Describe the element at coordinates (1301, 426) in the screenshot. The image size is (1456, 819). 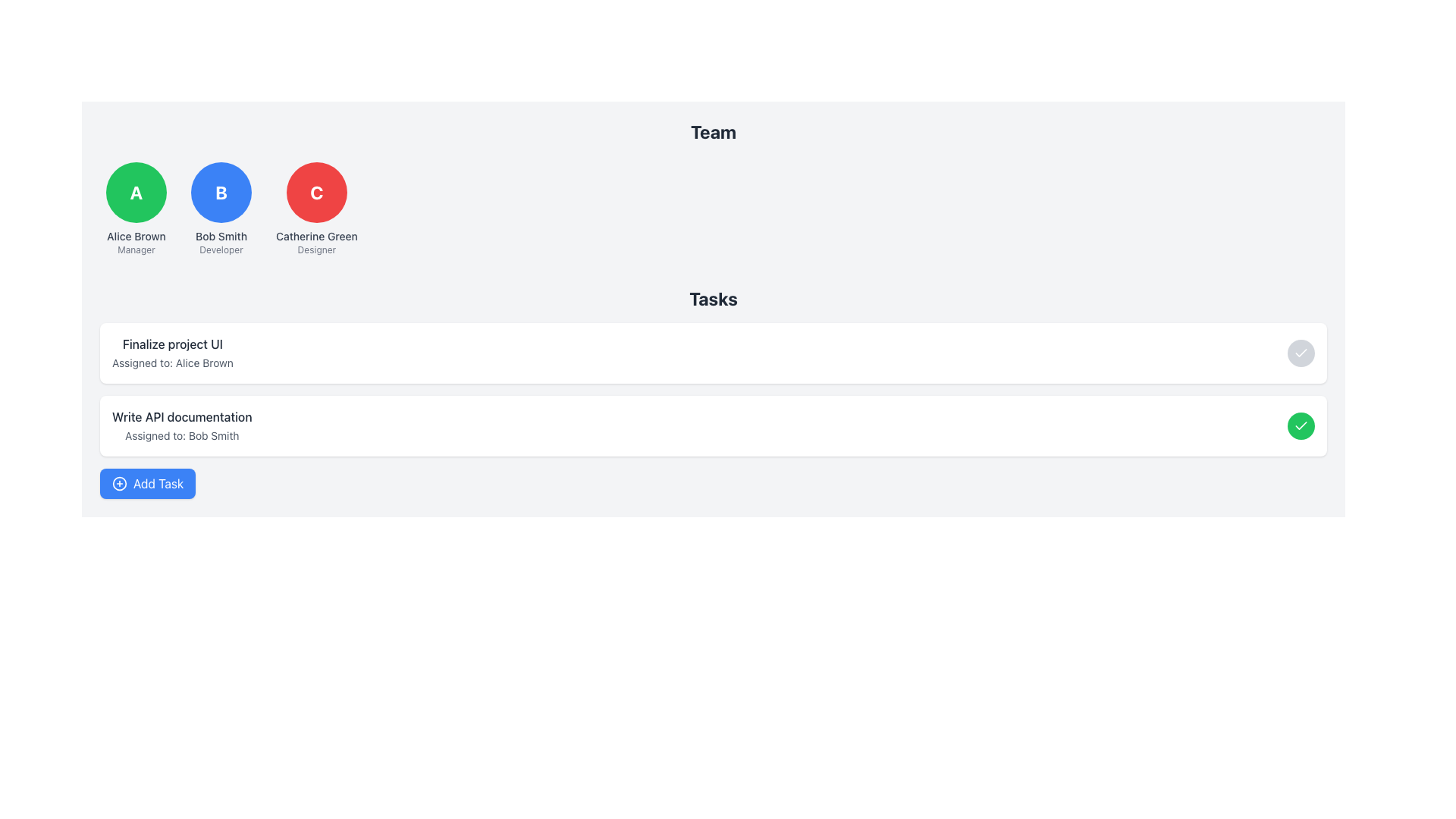
I see `the SVG icon that indicates the completion status of the task labeled 'Write API documentation' in the 'Tasks' section, located inside the green circle at the far-right end` at that location.